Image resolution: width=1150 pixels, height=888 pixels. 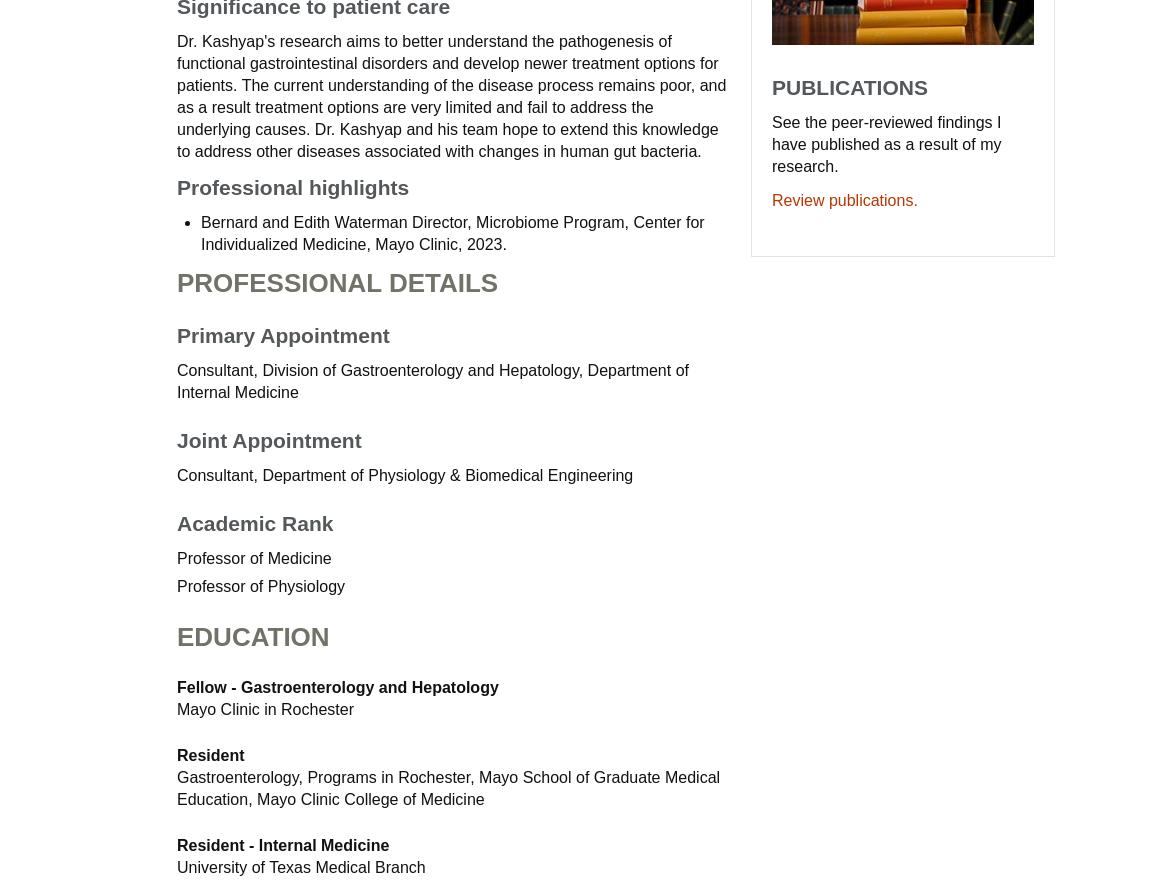 What do you see at coordinates (175, 754) in the screenshot?
I see `'Resident'` at bounding box center [175, 754].